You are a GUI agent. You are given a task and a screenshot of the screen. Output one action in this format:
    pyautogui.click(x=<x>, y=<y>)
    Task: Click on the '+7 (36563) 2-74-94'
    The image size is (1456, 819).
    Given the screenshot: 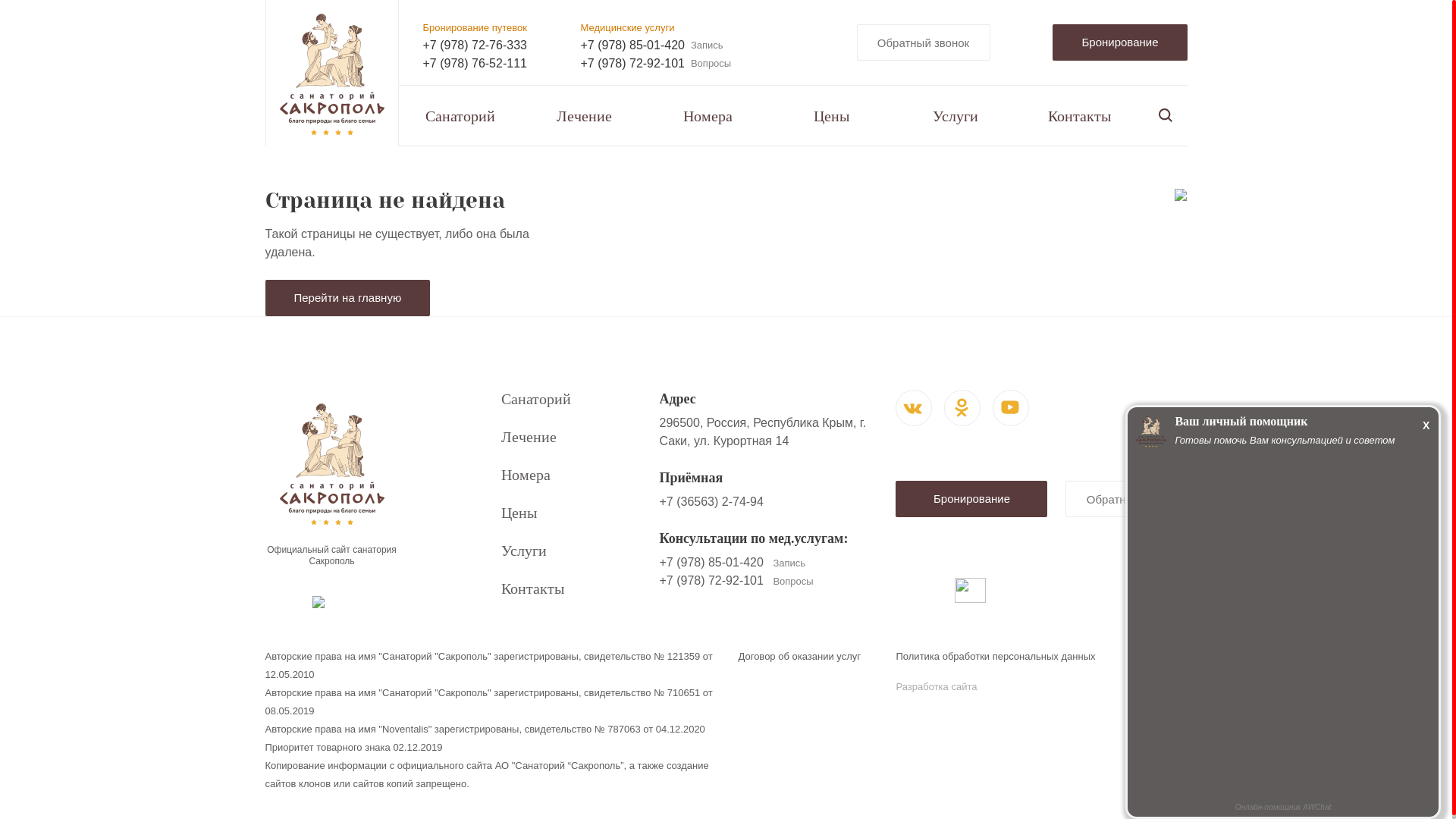 What is the action you would take?
    pyautogui.click(x=710, y=501)
    